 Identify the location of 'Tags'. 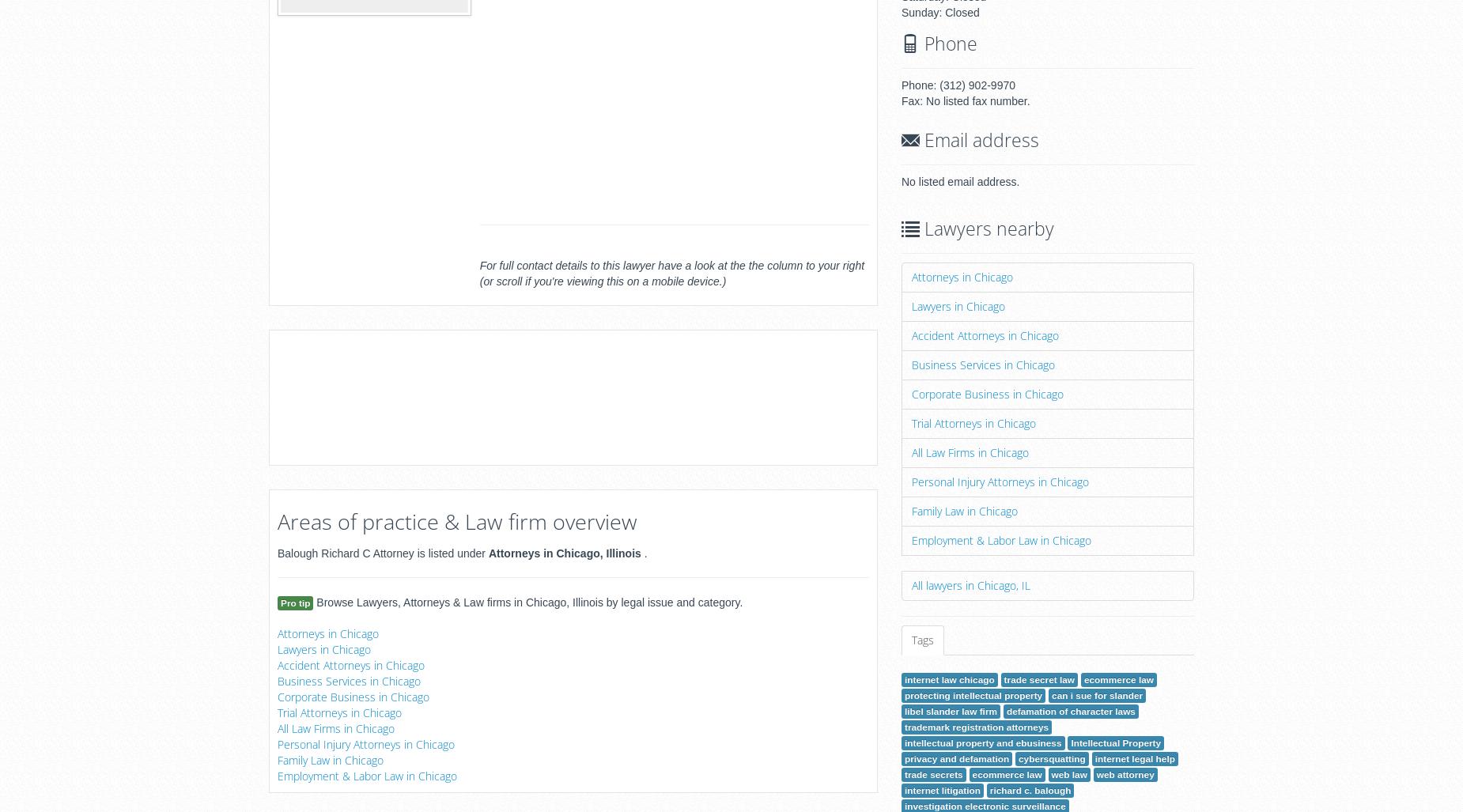
(921, 640).